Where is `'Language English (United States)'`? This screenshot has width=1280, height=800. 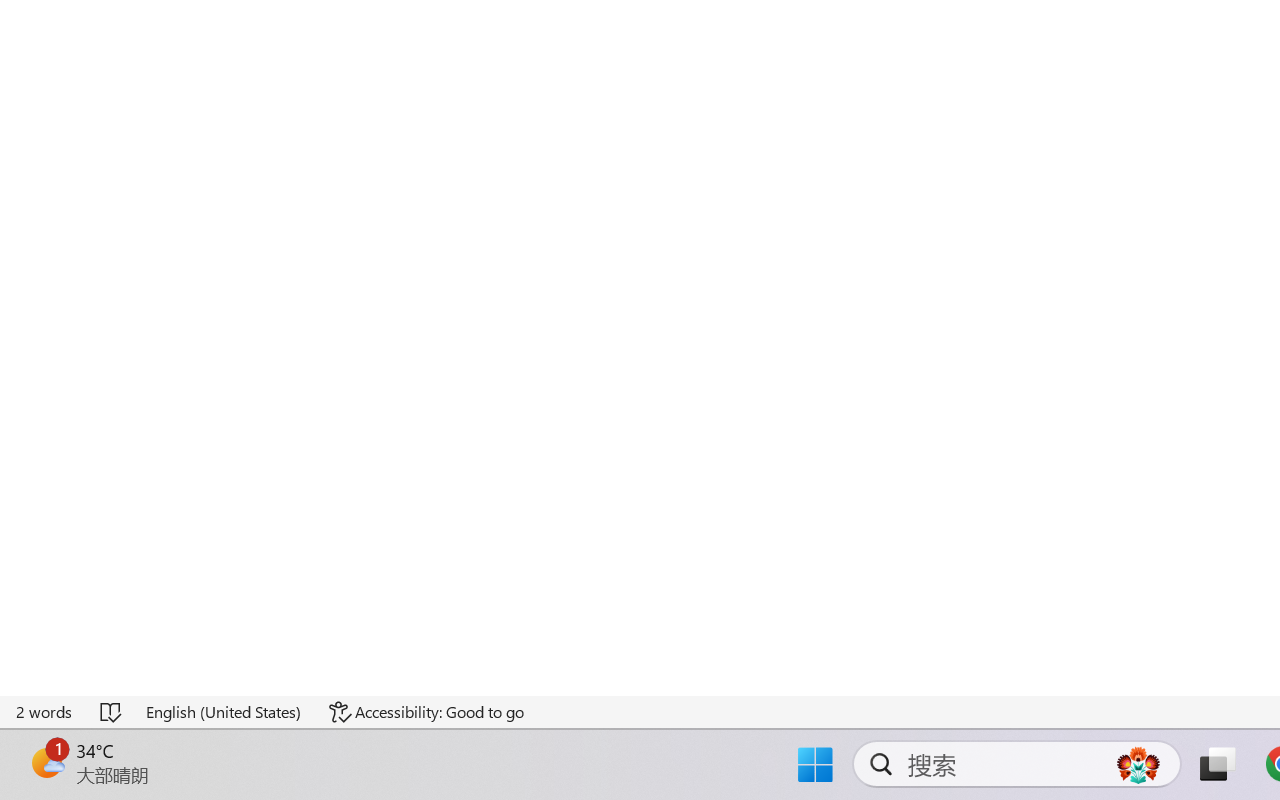
'Language English (United States)' is located at coordinates (224, 711).